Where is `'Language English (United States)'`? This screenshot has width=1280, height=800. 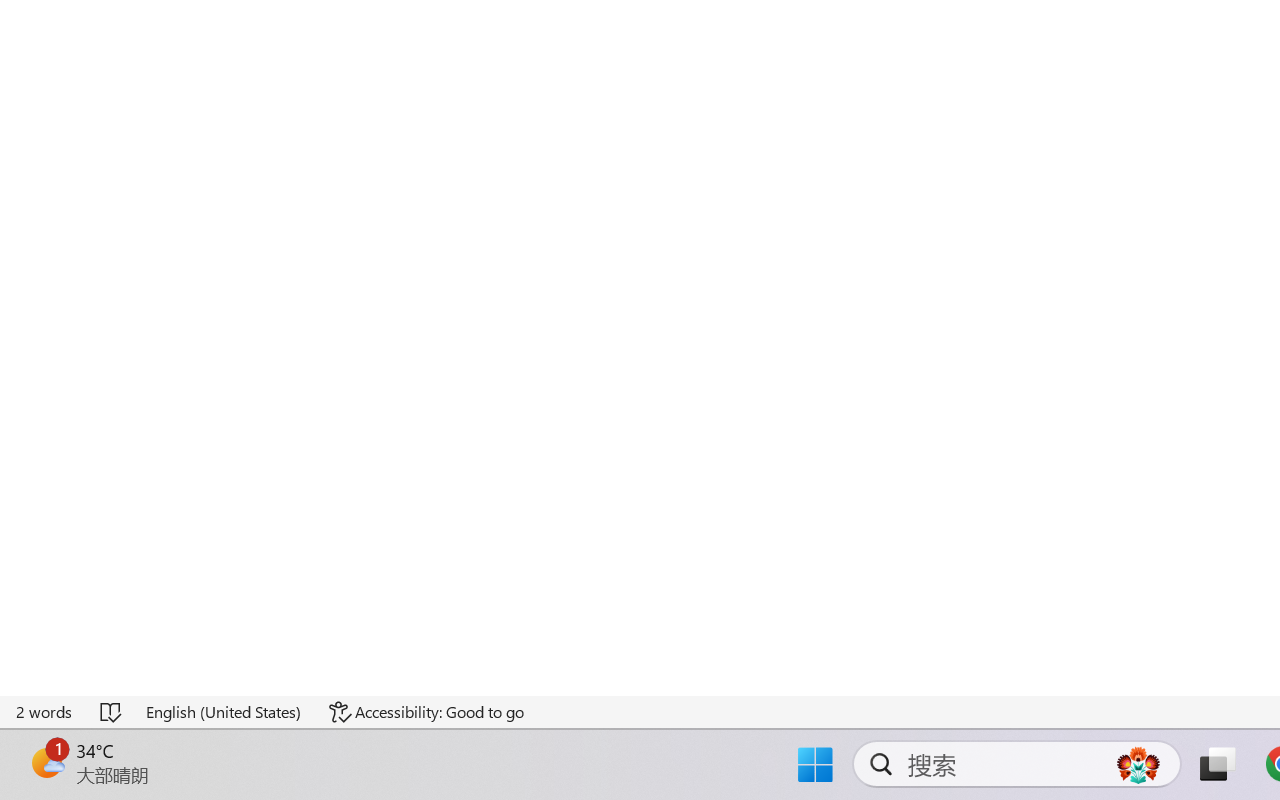
'Language English (United States)' is located at coordinates (224, 711).